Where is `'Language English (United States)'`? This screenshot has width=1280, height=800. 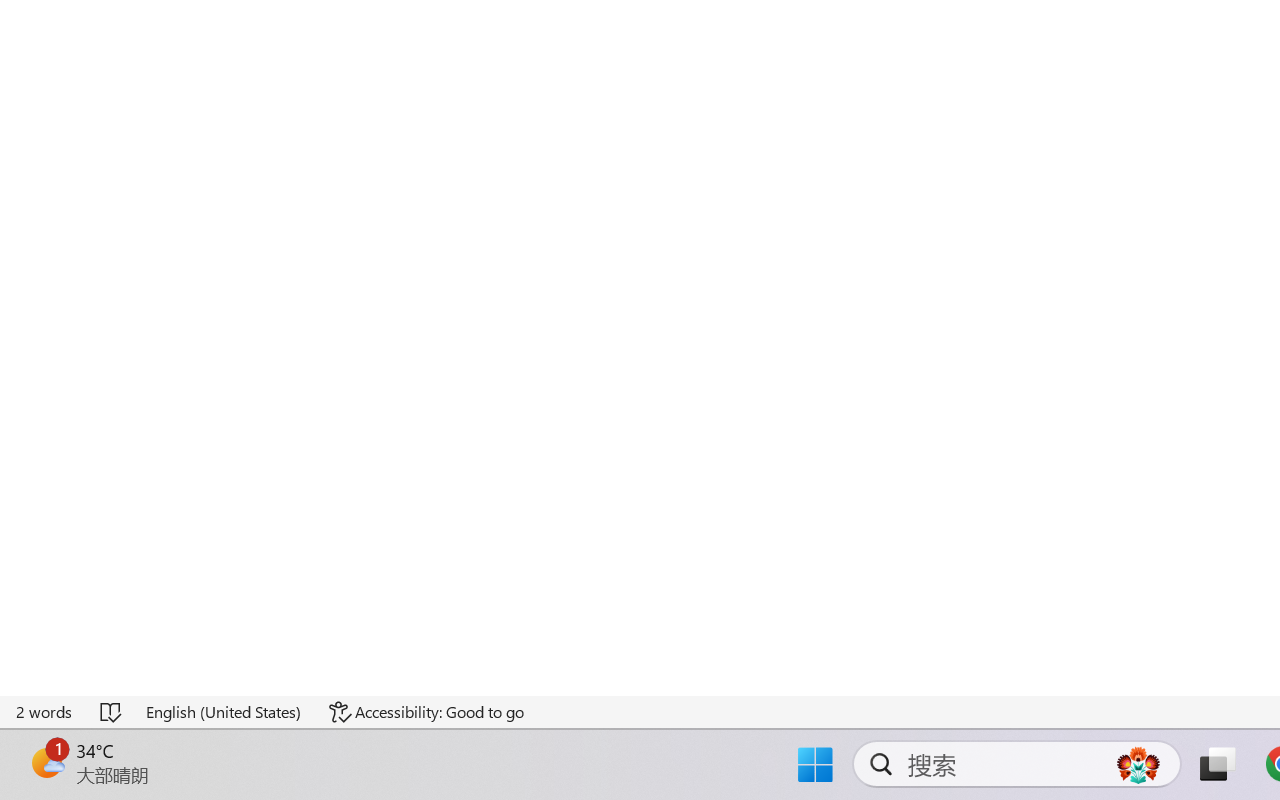
'Language English (United States)' is located at coordinates (224, 711).